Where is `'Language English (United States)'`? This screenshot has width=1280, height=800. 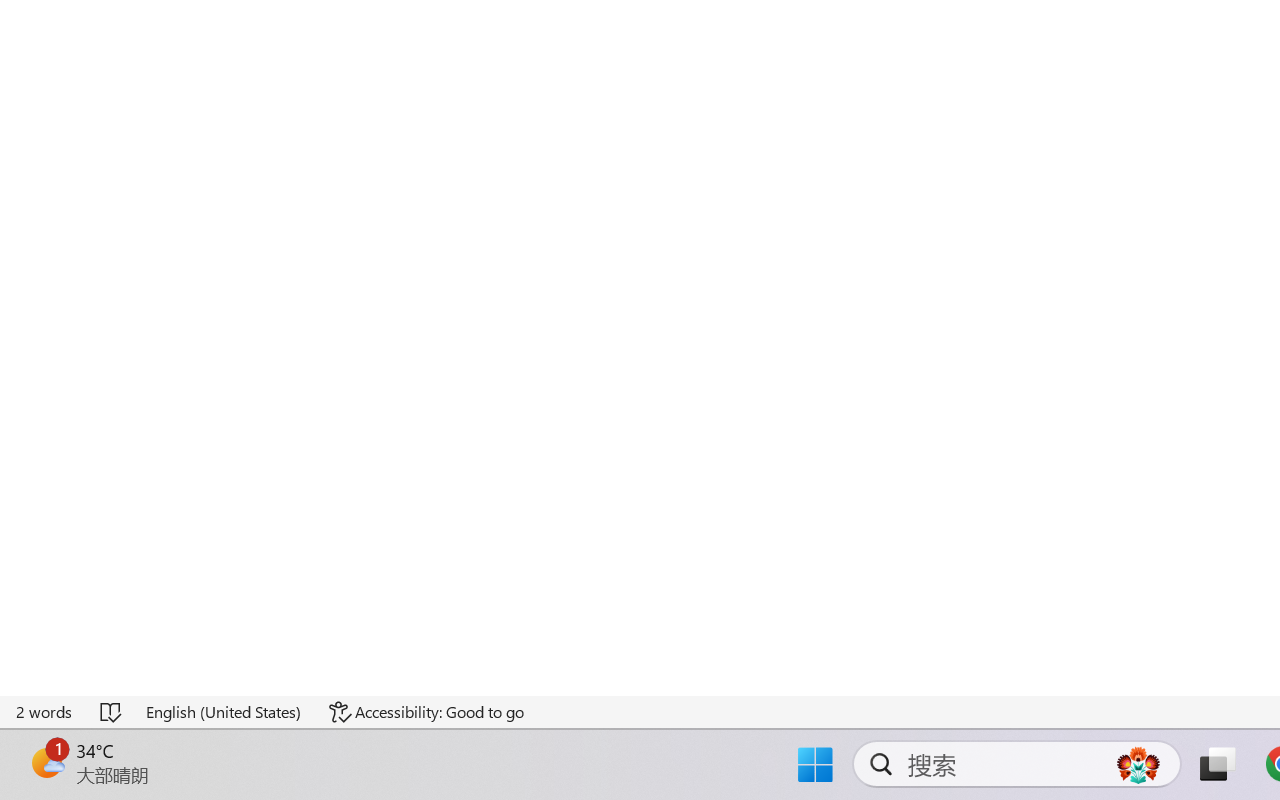
'Language English (United States)' is located at coordinates (224, 711).